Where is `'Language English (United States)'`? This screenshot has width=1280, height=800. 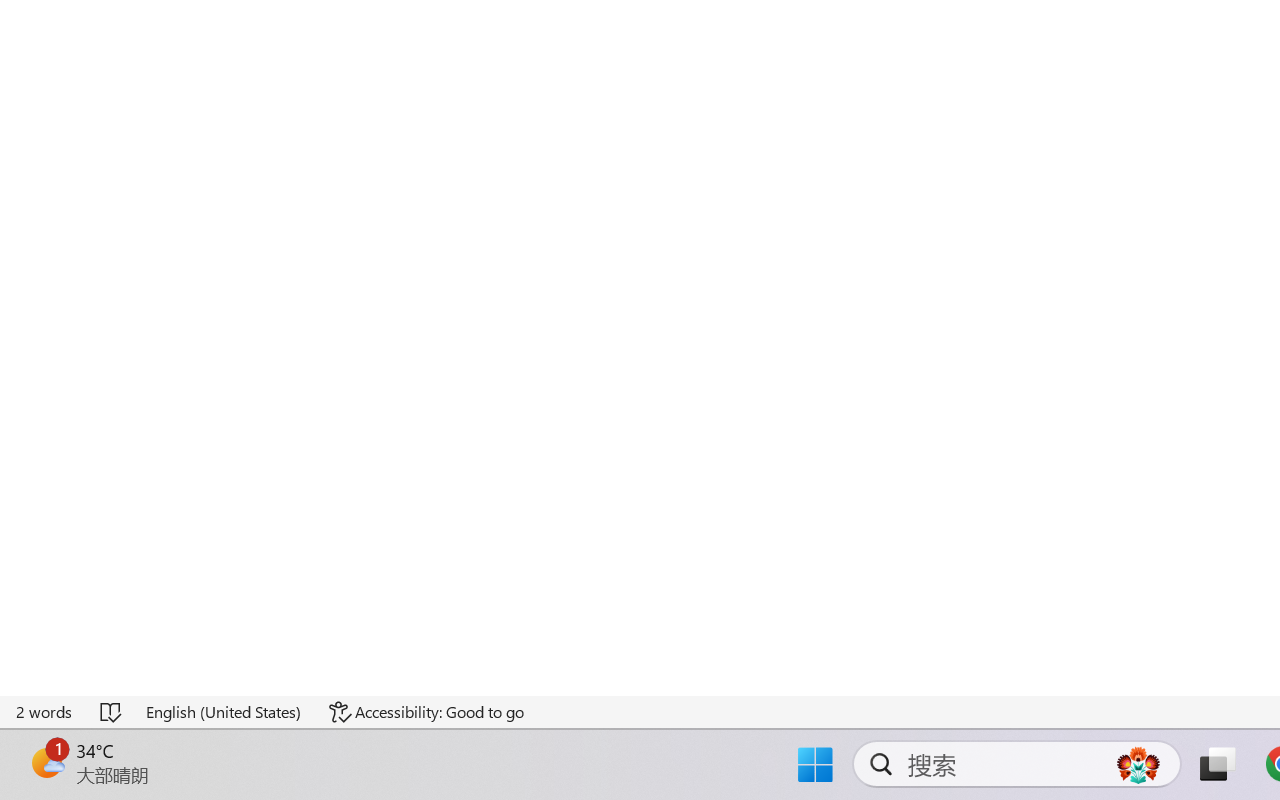
'Language English (United States)' is located at coordinates (224, 711).